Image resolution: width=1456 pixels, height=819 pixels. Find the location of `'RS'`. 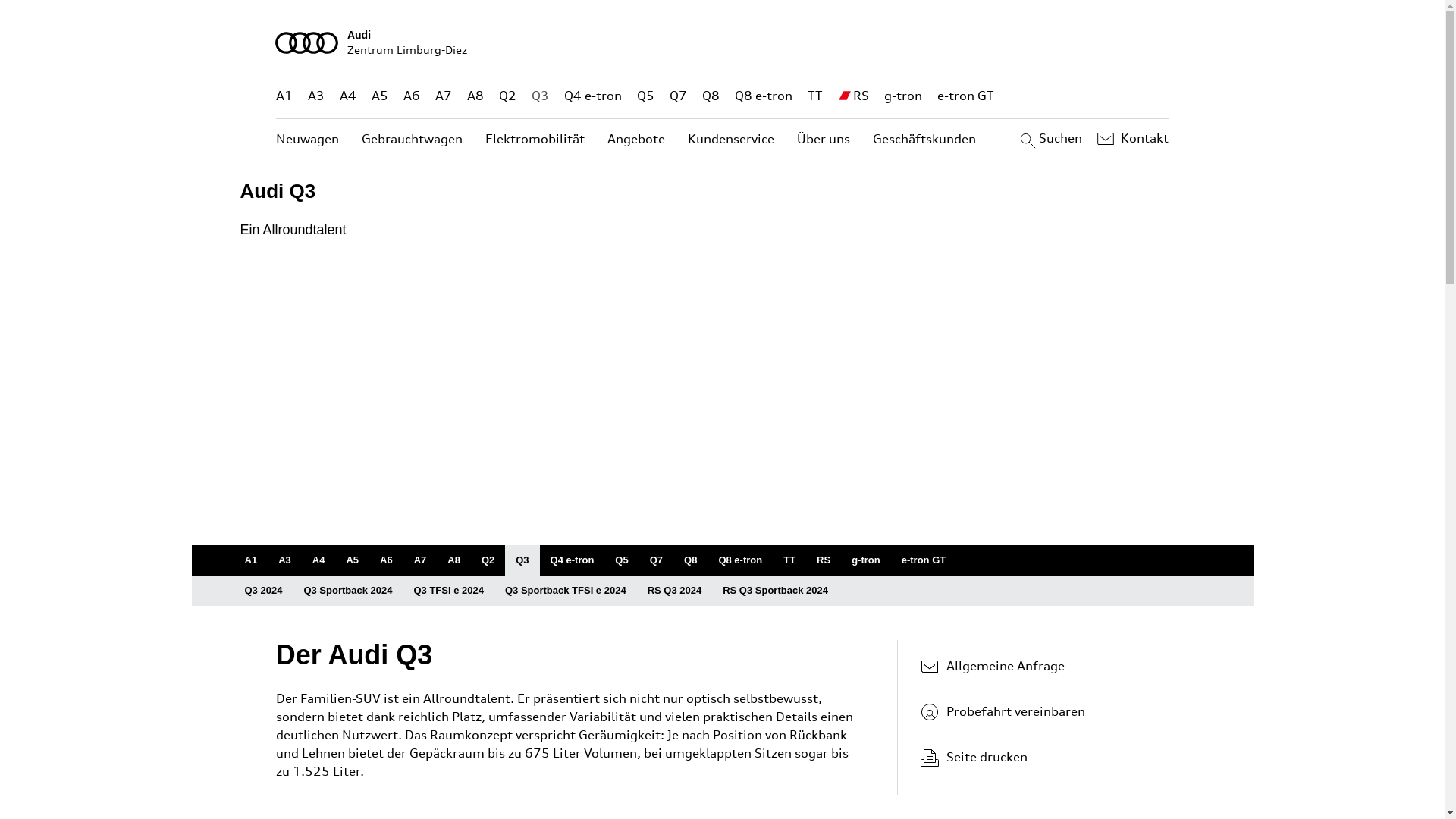

'RS' is located at coordinates (861, 96).